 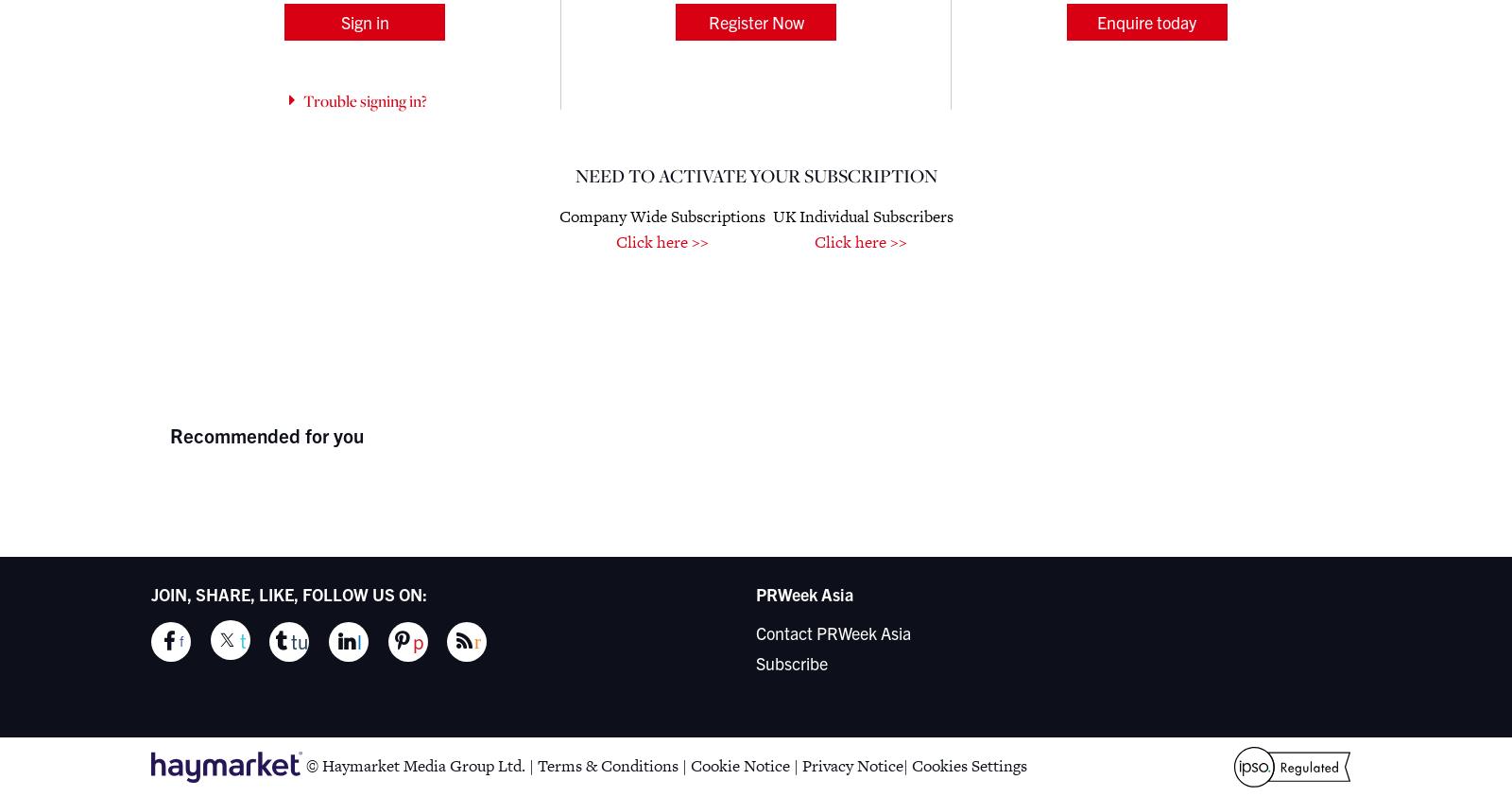 What do you see at coordinates (755, 20) in the screenshot?
I see `'Register Now'` at bounding box center [755, 20].